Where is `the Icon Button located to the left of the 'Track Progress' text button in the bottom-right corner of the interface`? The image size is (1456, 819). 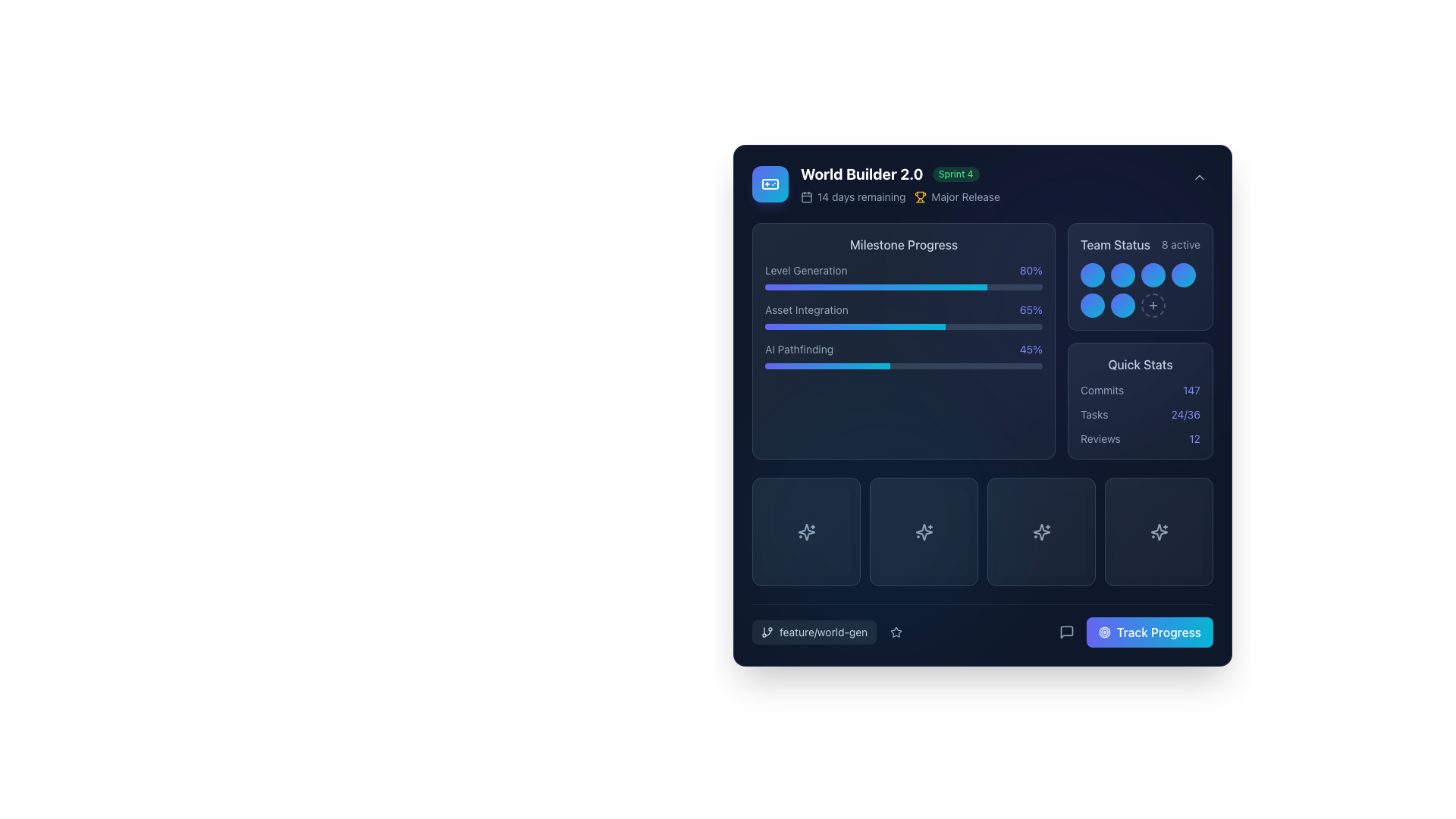 the Icon Button located to the left of the 'Track Progress' text button in the bottom-right corner of the interface is located at coordinates (1065, 632).